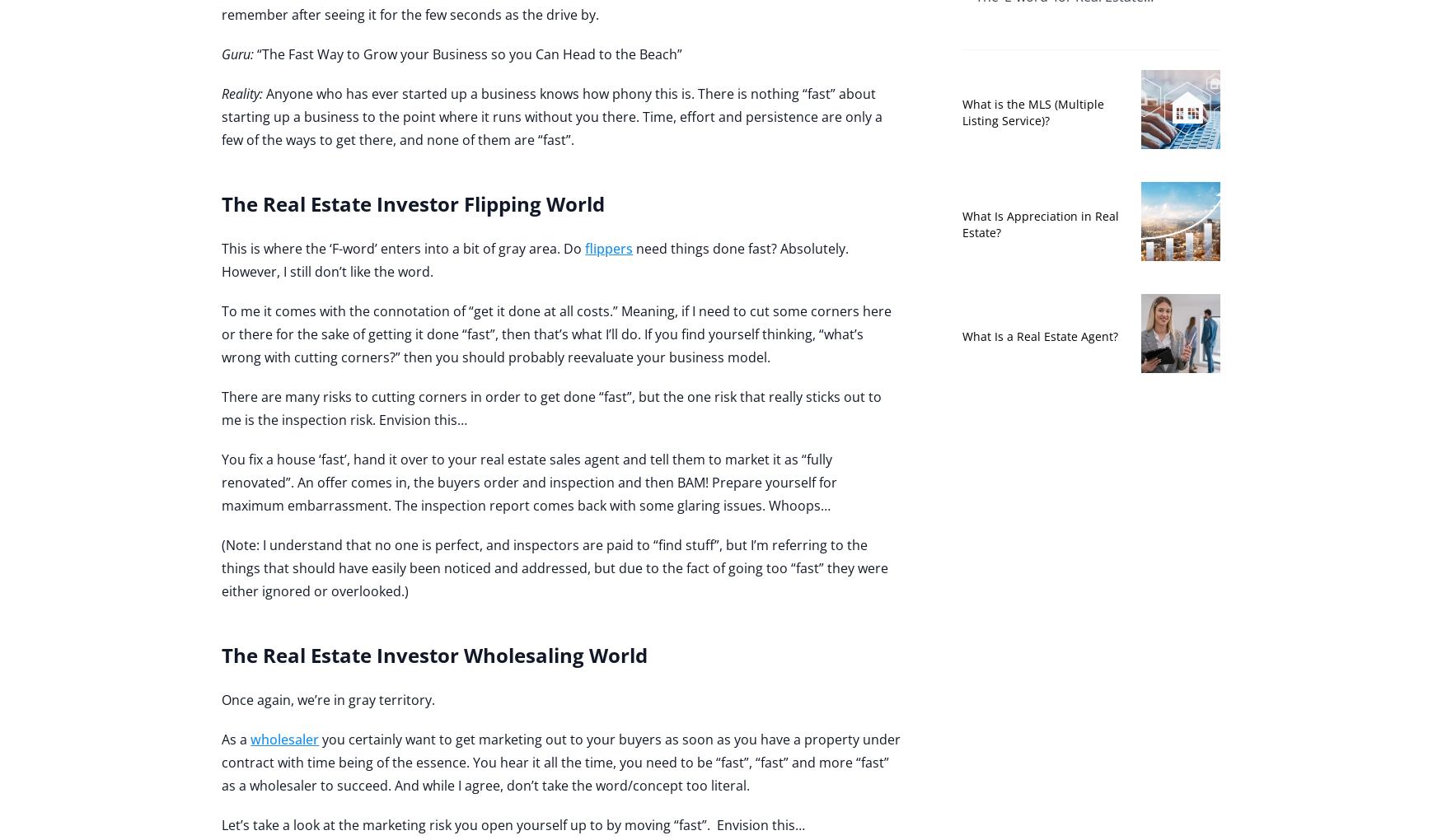  What do you see at coordinates (513, 825) in the screenshot?
I see `'Let’s take a look at the marketing risk you open yourself up to by moving “fast”.  Envision this…'` at bounding box center [513, 825].